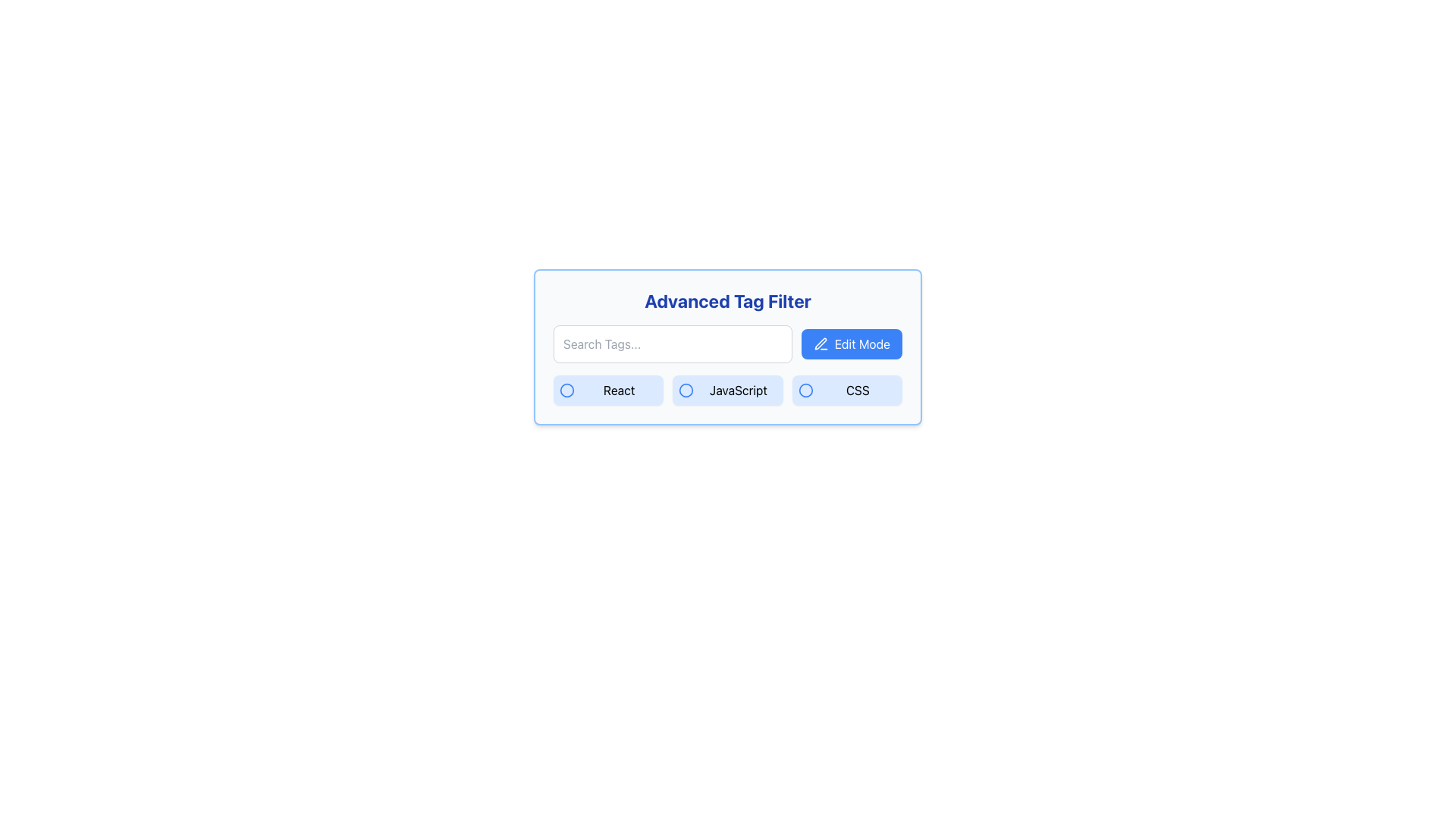 The image size is (1456, 819). I want to click on the icon located on the left side of the 'Edit Mode' button, which represents the editing functionality, so click(820, 344).